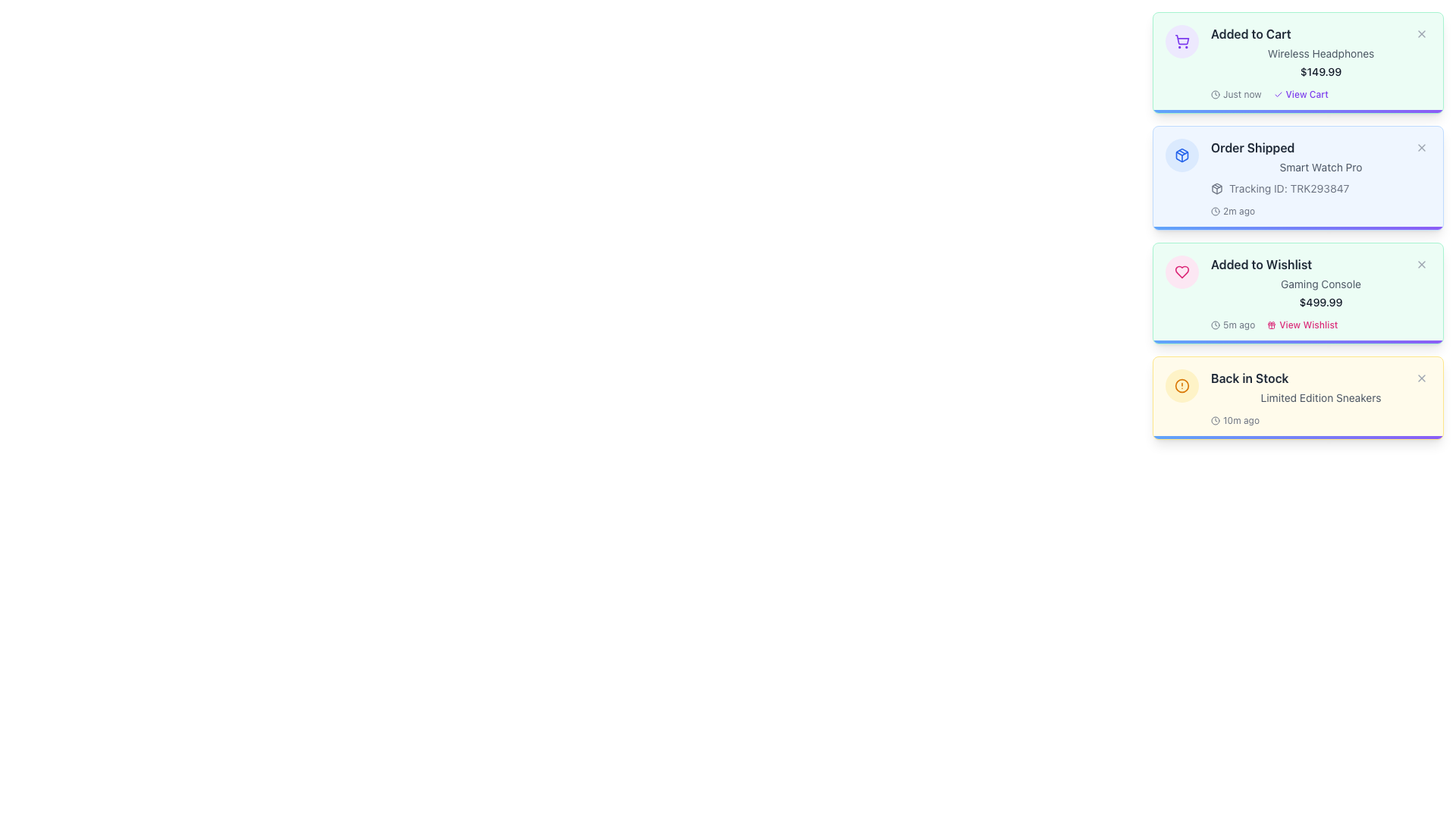 The width and height of the screenshot is (1456, 819). Describe the element at coordinates (1288, 188) in the screenshot. I see `the Text label displaying 'Tracking ID: TRK293847', which is styled in light gray and located adjacent to a package icon` at that location.